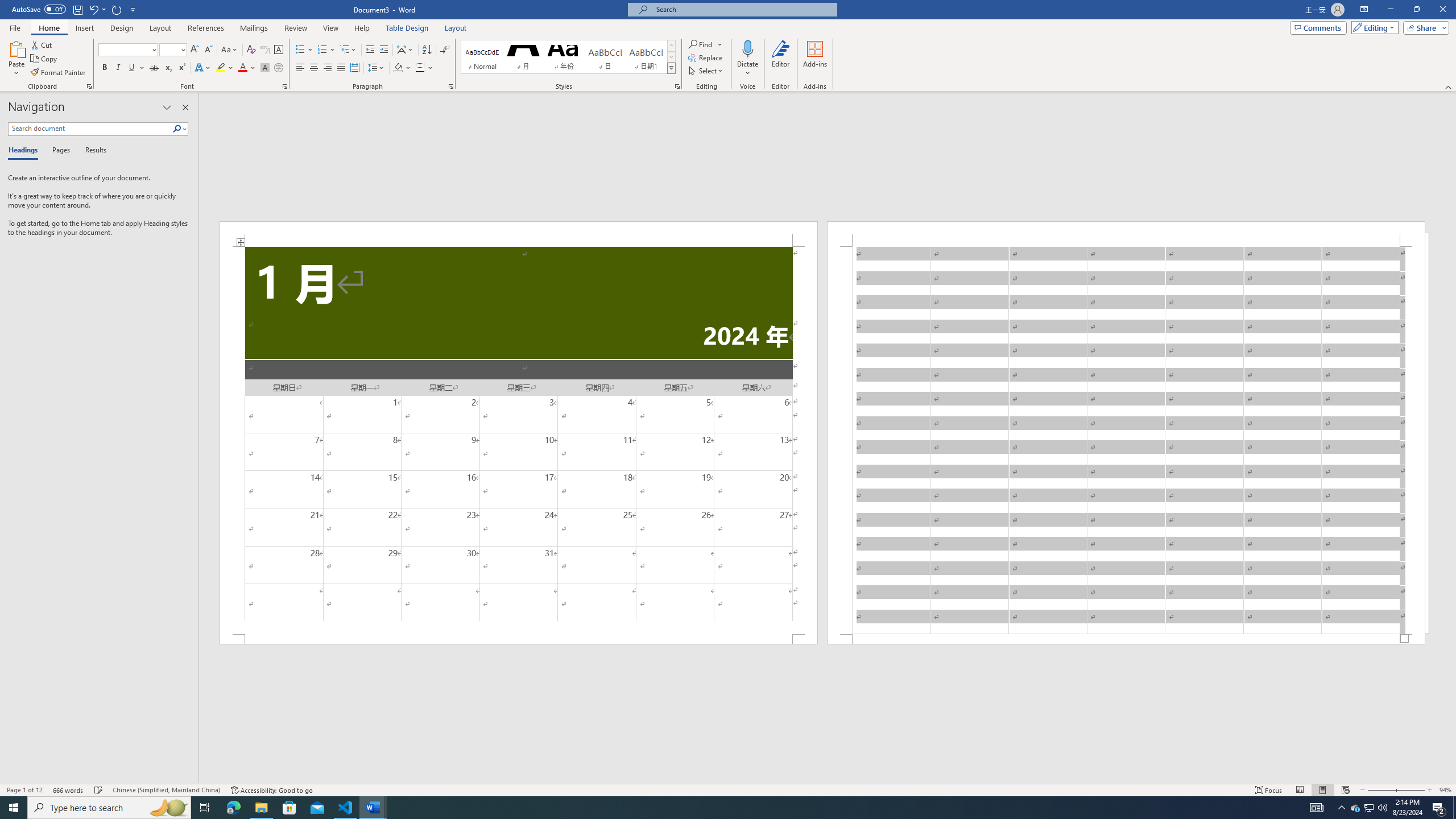  Describe the element at coordinates (1363, 9) in the screenshot. I see `'Ribbon Display Options'` at that location.